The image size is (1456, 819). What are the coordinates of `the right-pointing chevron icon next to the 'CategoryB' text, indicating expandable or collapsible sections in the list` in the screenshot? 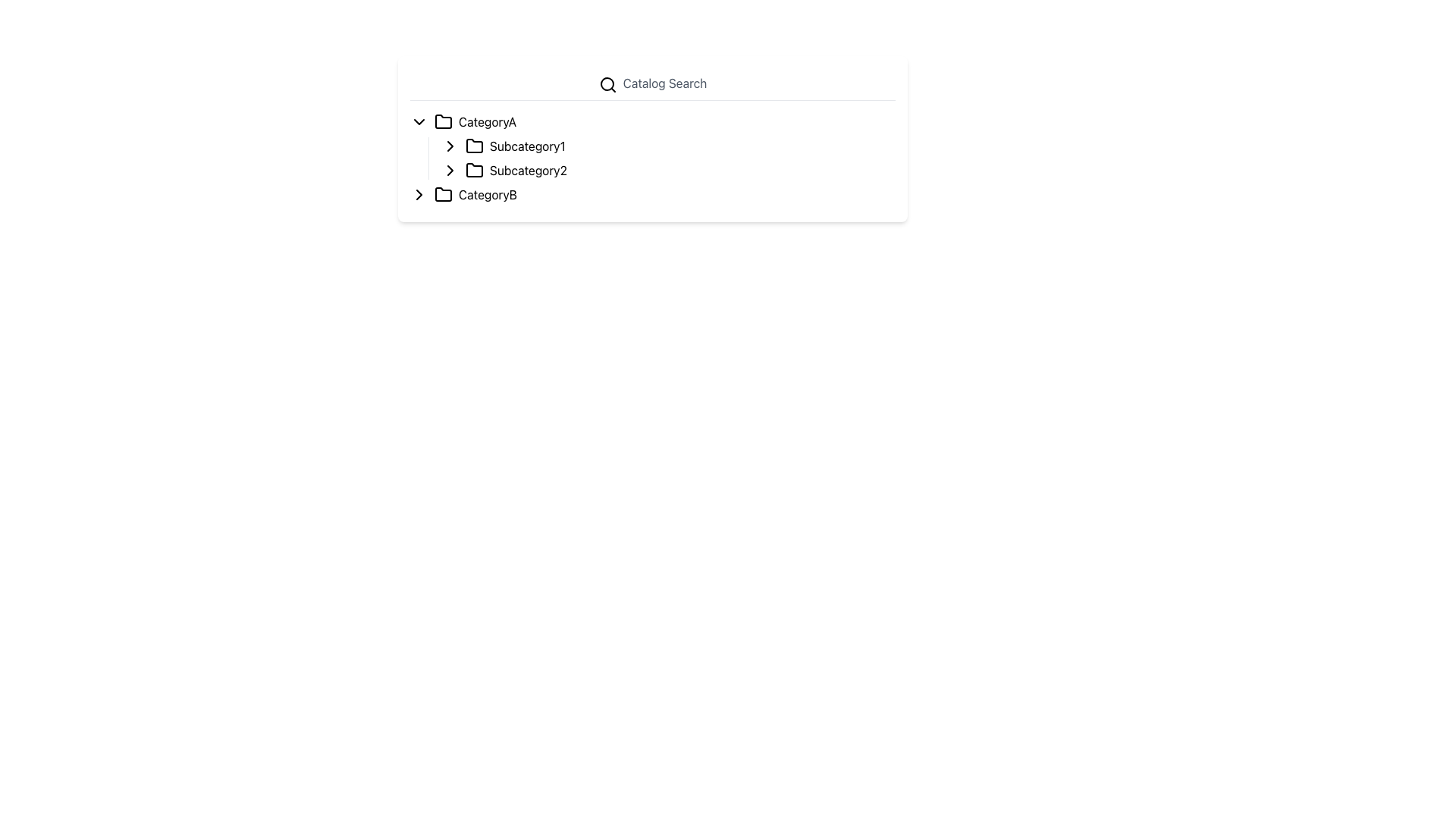 It's located at (419, 193).